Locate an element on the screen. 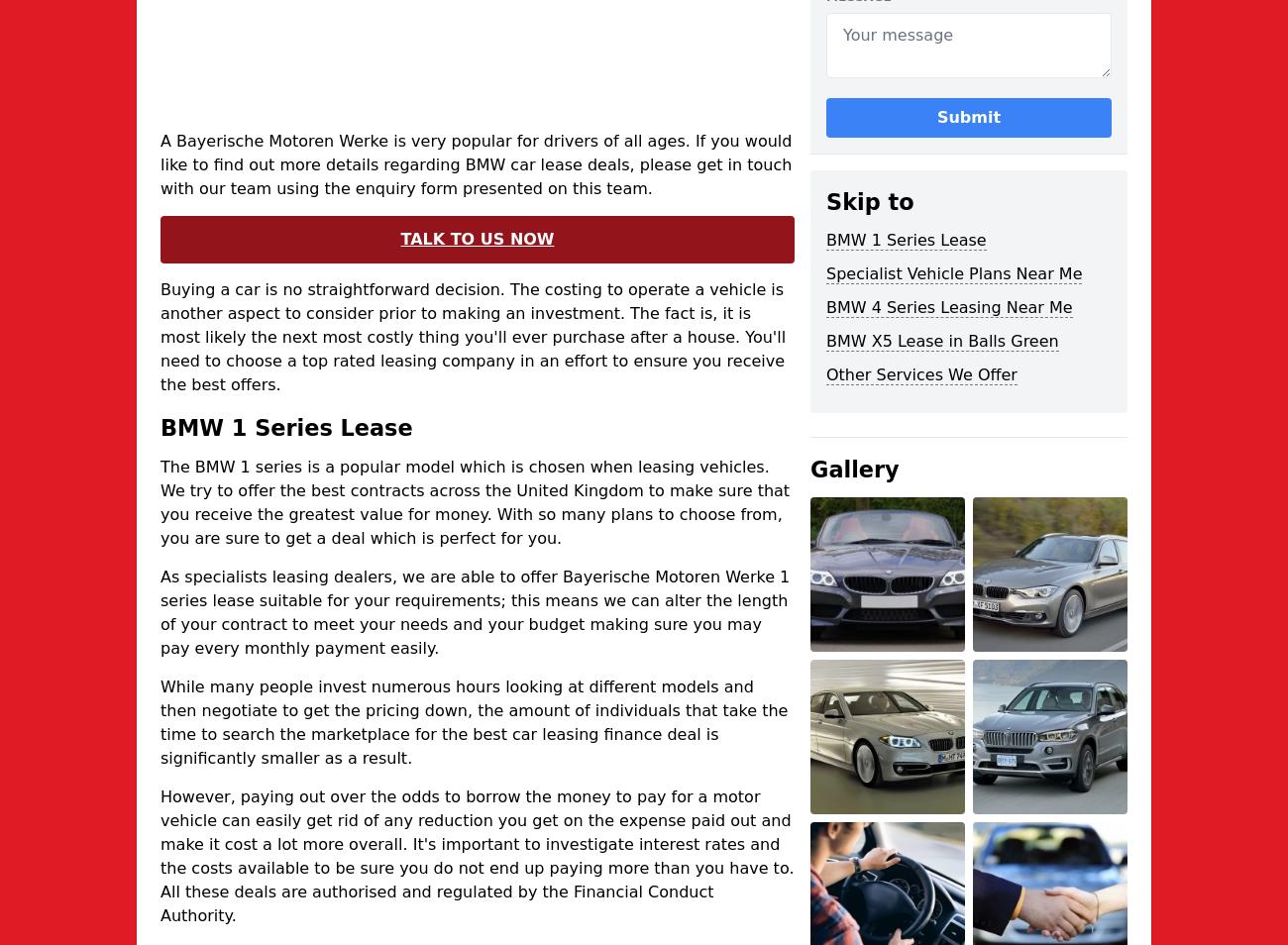 The image size is (1288, 945). 'Gallery' is located at coordinates (809, 470).